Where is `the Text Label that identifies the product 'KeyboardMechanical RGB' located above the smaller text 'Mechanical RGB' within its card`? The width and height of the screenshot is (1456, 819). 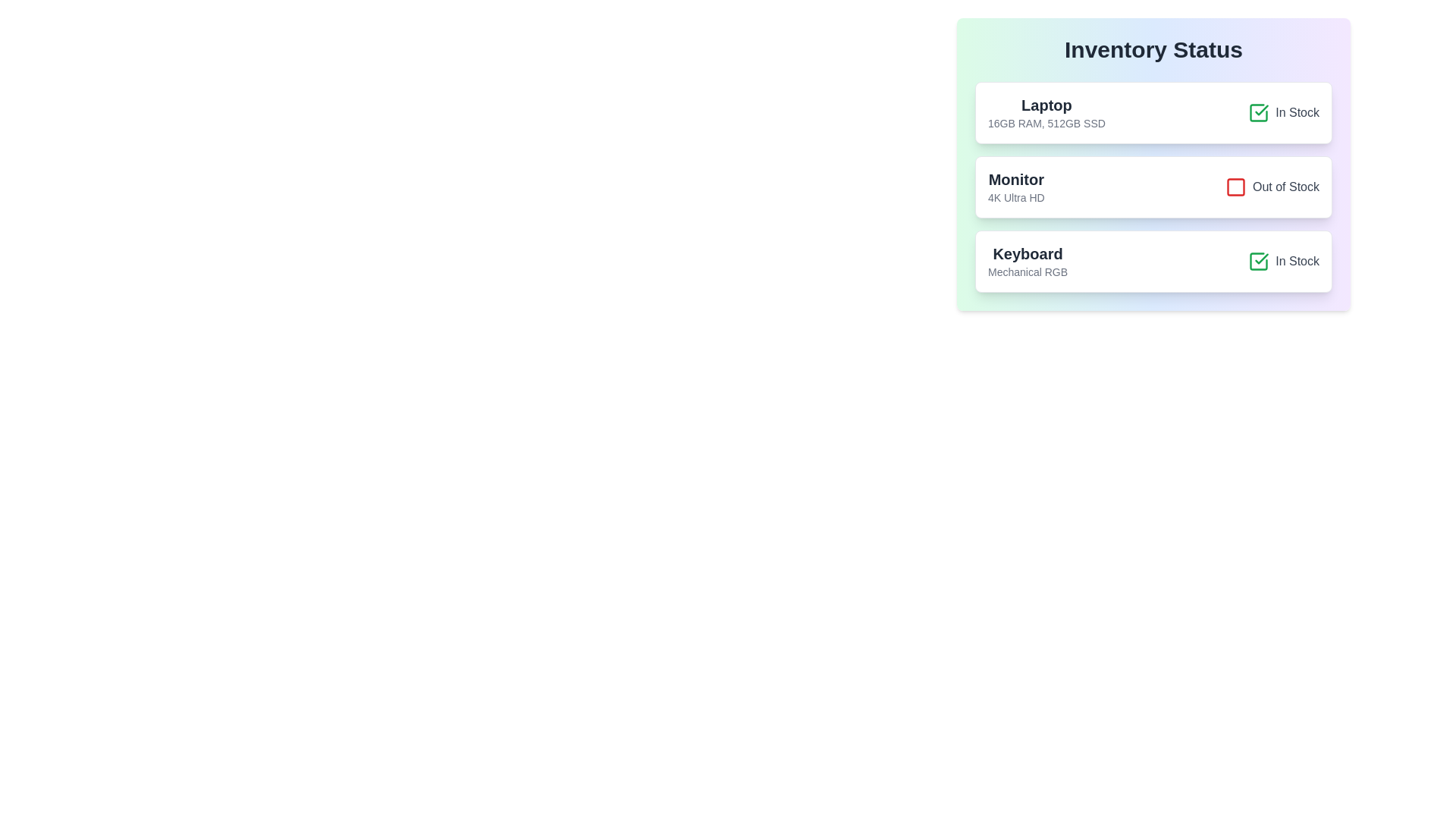 the Text Label that identifies the product 'KeyboardMechanical RGB' located above the smaller text 'Mechanical RGB' within its card is located at coordinates (1028, 253).